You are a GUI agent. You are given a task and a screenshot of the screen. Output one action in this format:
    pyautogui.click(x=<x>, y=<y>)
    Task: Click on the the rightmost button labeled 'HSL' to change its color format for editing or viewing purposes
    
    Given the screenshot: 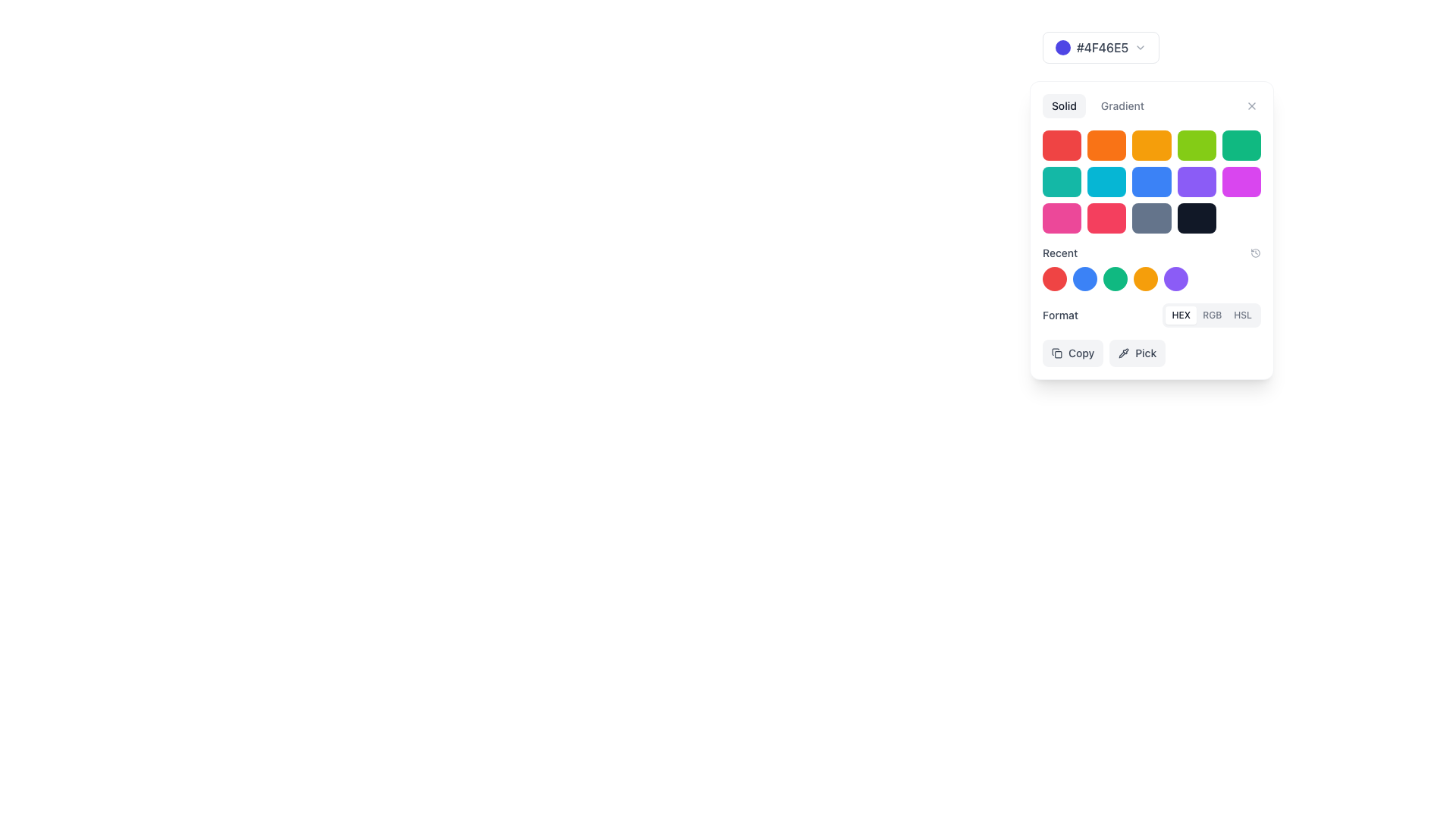 What is the action you would take?
    pyautogui.click(x=1243, y=315)
    